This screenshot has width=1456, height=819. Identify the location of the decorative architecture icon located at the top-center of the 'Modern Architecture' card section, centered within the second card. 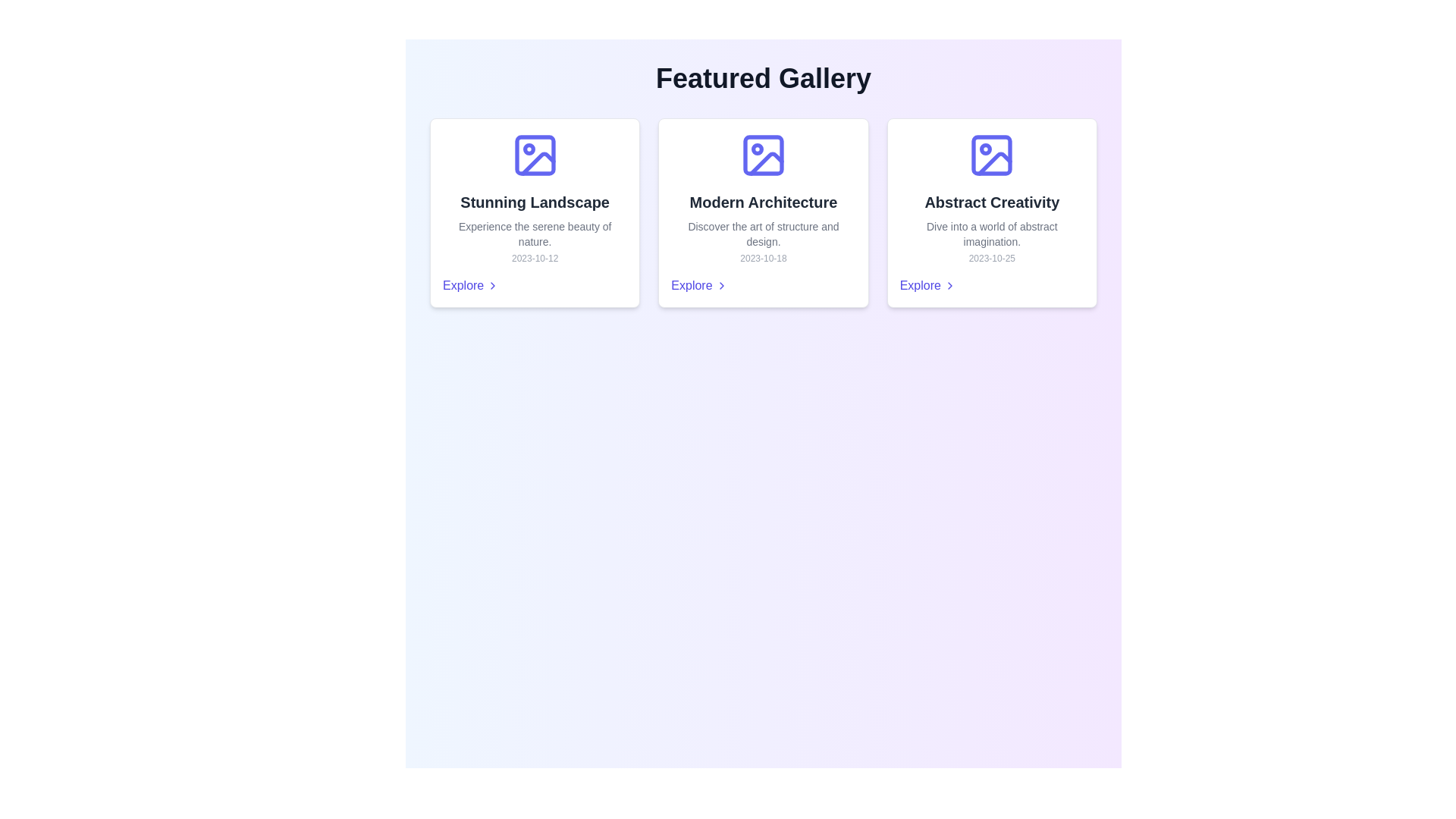
(764, 155).